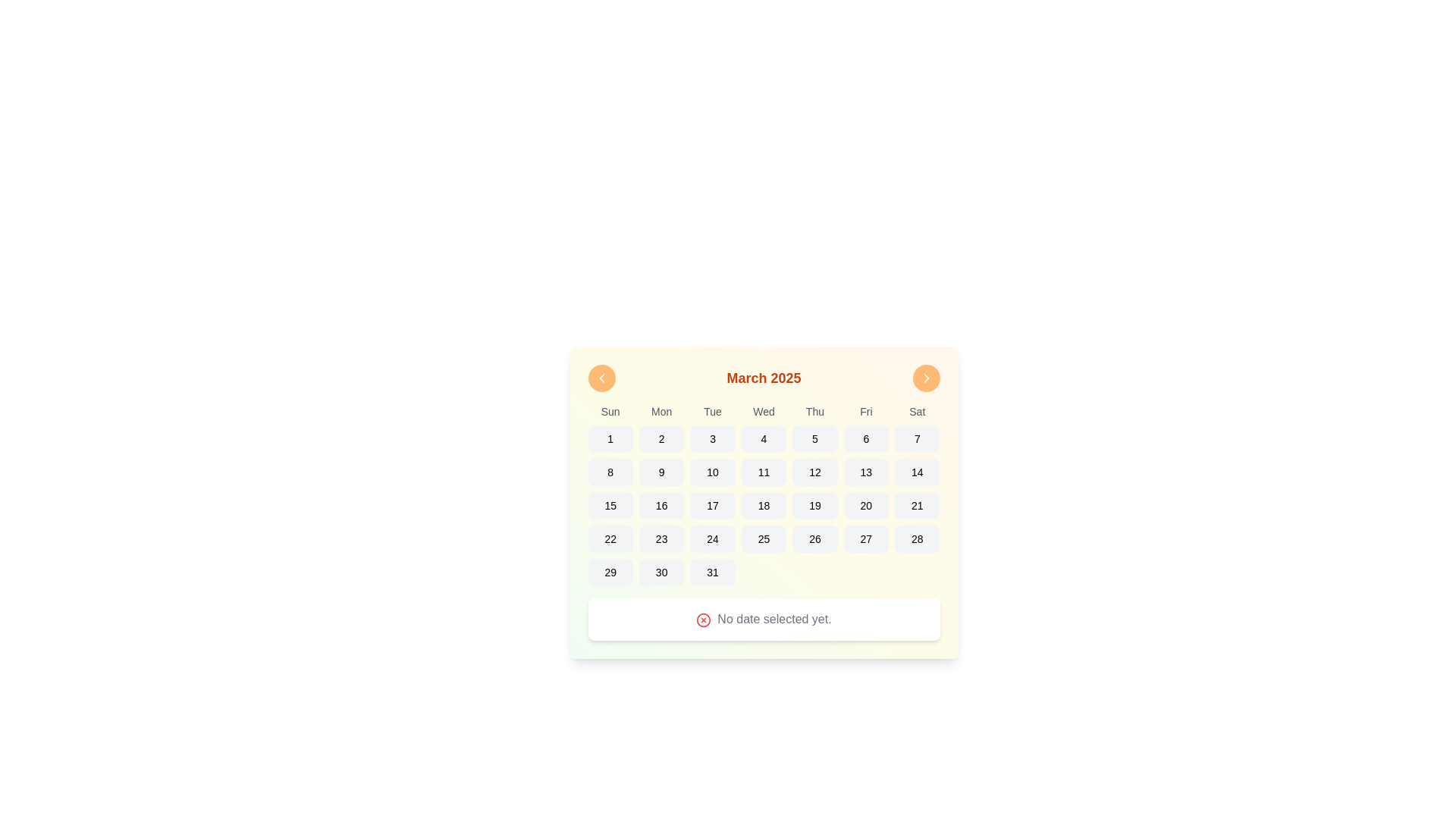 This screenshot has height=819, width=1456. I want to click on the text element that displays the currently selected month and year in the calendar interface, which is centrally positioned in the header of the calendar grid, so click(764, 377).